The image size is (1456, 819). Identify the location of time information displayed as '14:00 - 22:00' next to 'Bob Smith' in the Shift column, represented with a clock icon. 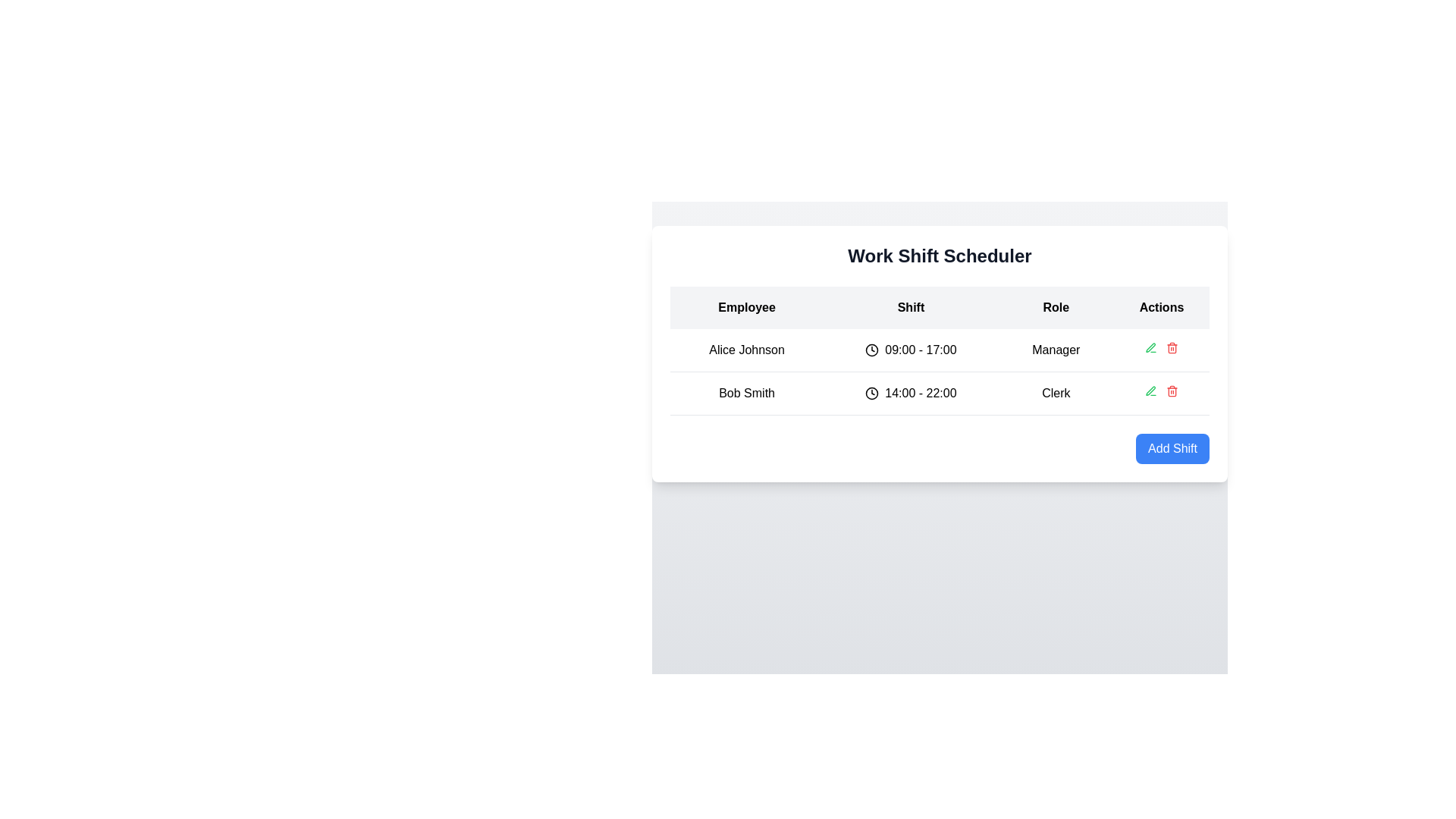
(910, 393).